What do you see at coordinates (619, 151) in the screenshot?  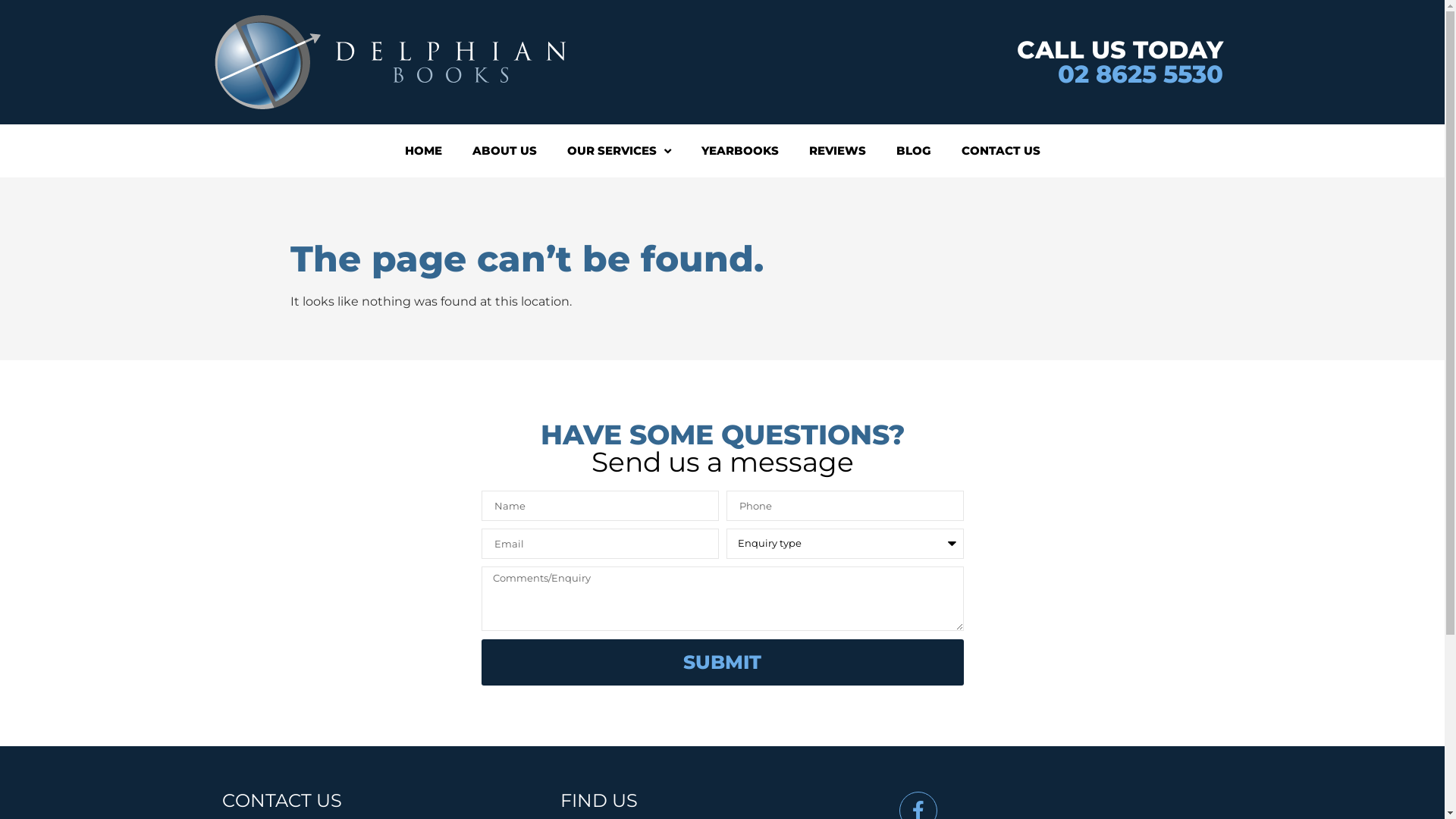 I see `'OUR SERVICES'` at bounding box center [619, 151].